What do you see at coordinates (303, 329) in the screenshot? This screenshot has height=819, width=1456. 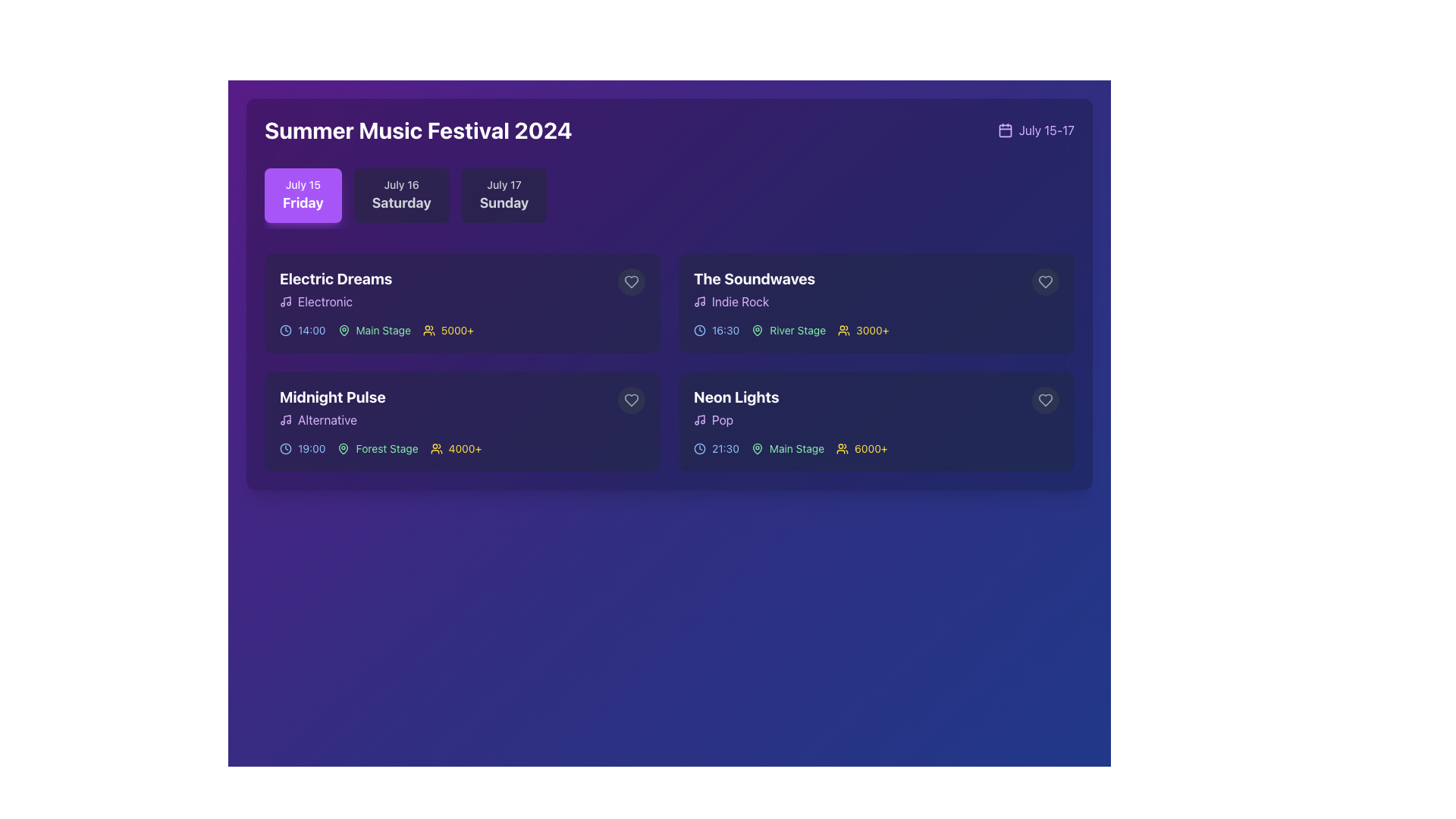 I see `static text indicating the starting time of the 'Electric Dreams' event, which is the first item in the group displaying event details` at bounding box center [303, 329].